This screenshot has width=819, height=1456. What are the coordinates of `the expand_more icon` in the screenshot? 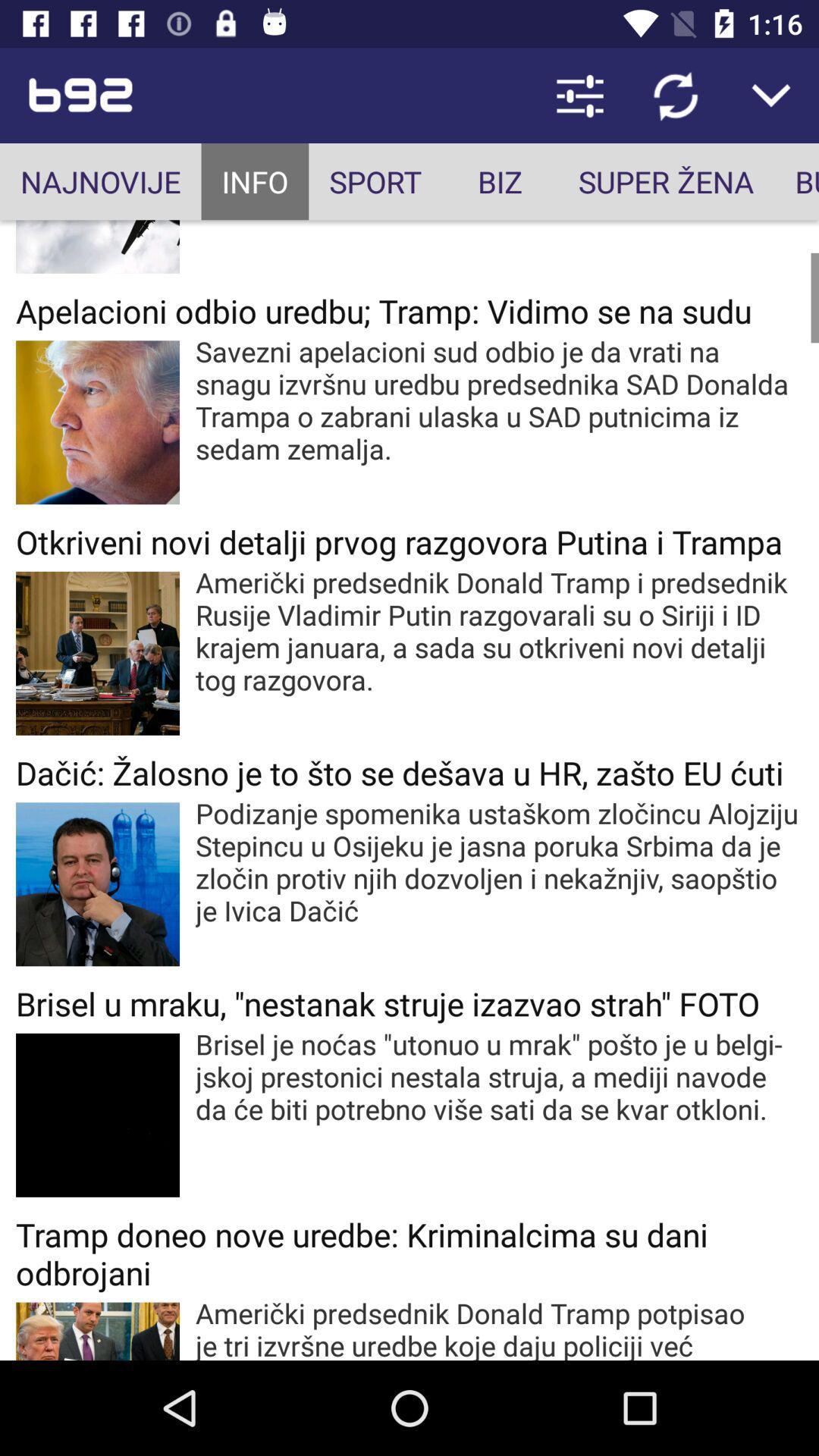 It's located at (771, 94).